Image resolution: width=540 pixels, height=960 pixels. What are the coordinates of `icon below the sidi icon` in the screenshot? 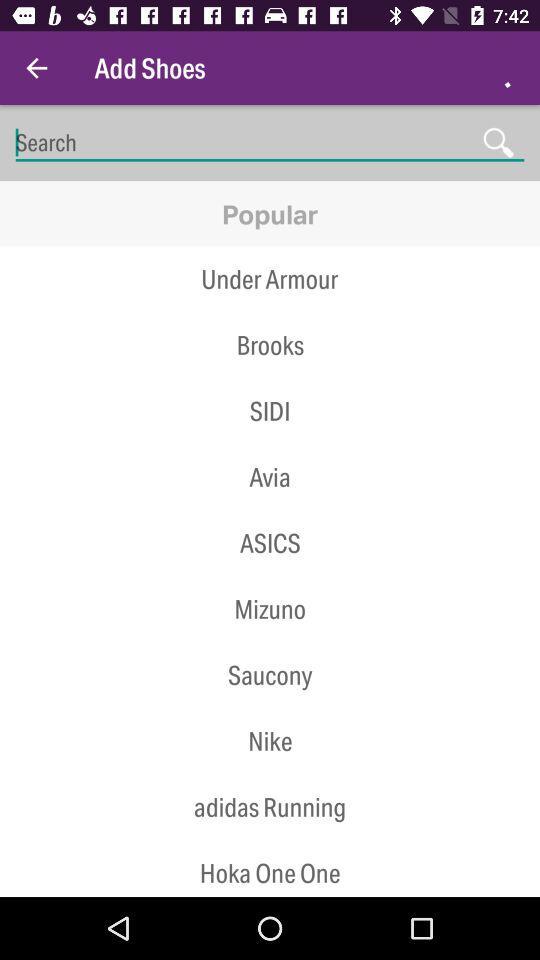 It's located at (270, 477).